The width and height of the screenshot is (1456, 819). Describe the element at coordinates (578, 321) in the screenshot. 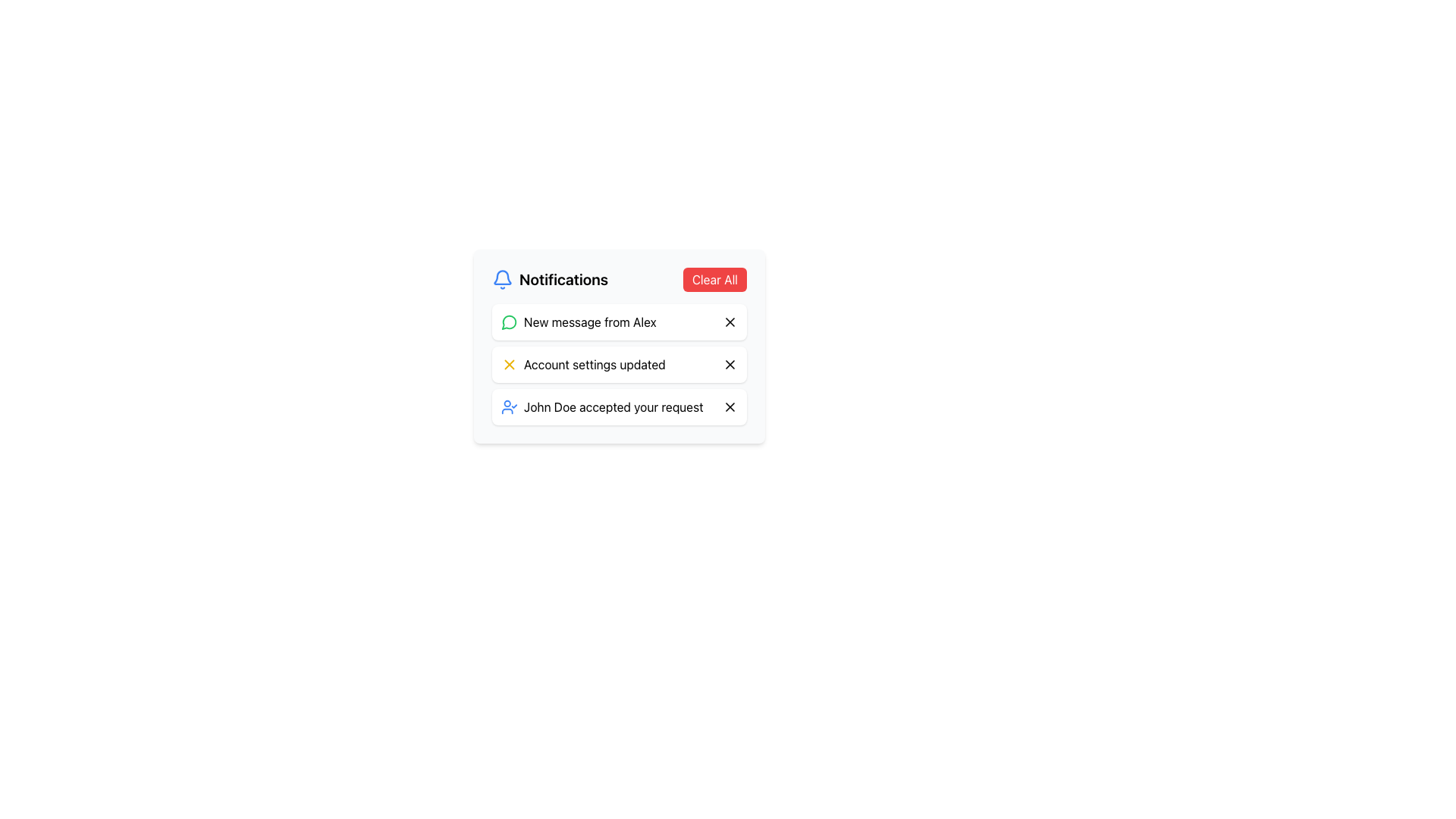

I see `the first notification entry titled 'New message from Alex' with a green message bubble icon, located under the 'Notifications' header` at that location.